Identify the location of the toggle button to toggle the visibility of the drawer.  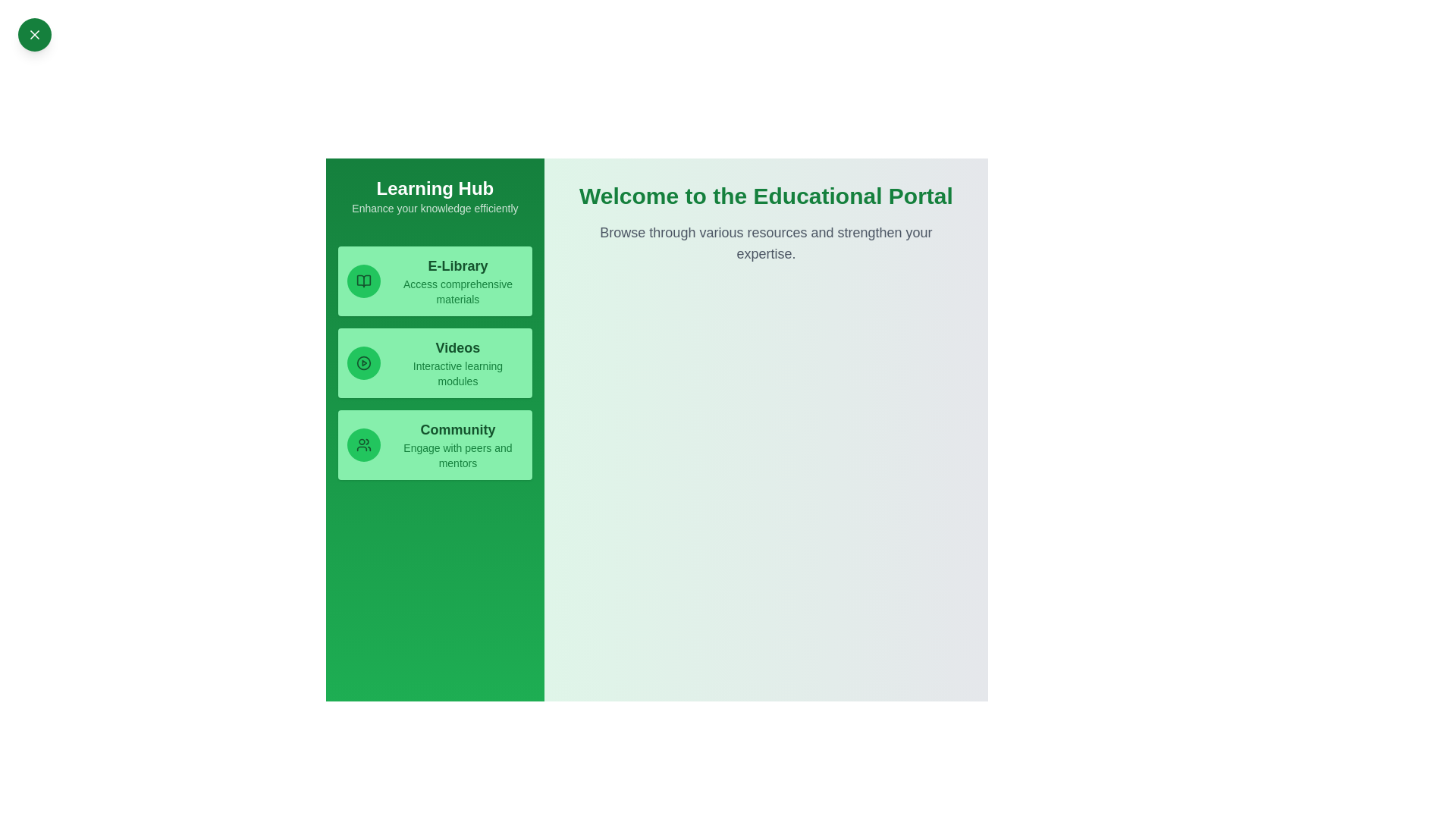
(35, 34).